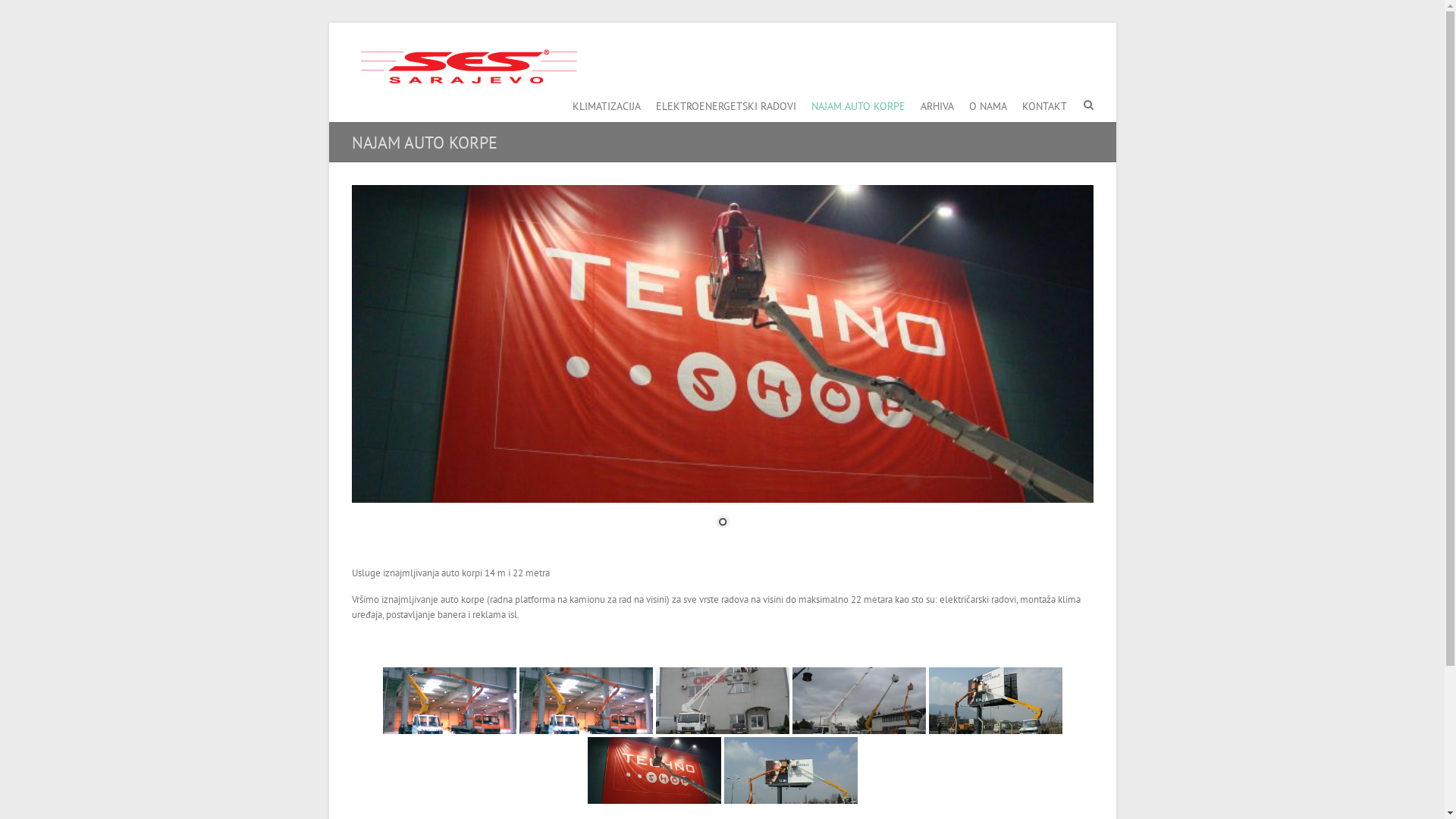 The width and height of the screenshot is (1456, 819). Describe the element at coordinates (987, 102) in the screenshot. I see `'O NAMA'` at that location.